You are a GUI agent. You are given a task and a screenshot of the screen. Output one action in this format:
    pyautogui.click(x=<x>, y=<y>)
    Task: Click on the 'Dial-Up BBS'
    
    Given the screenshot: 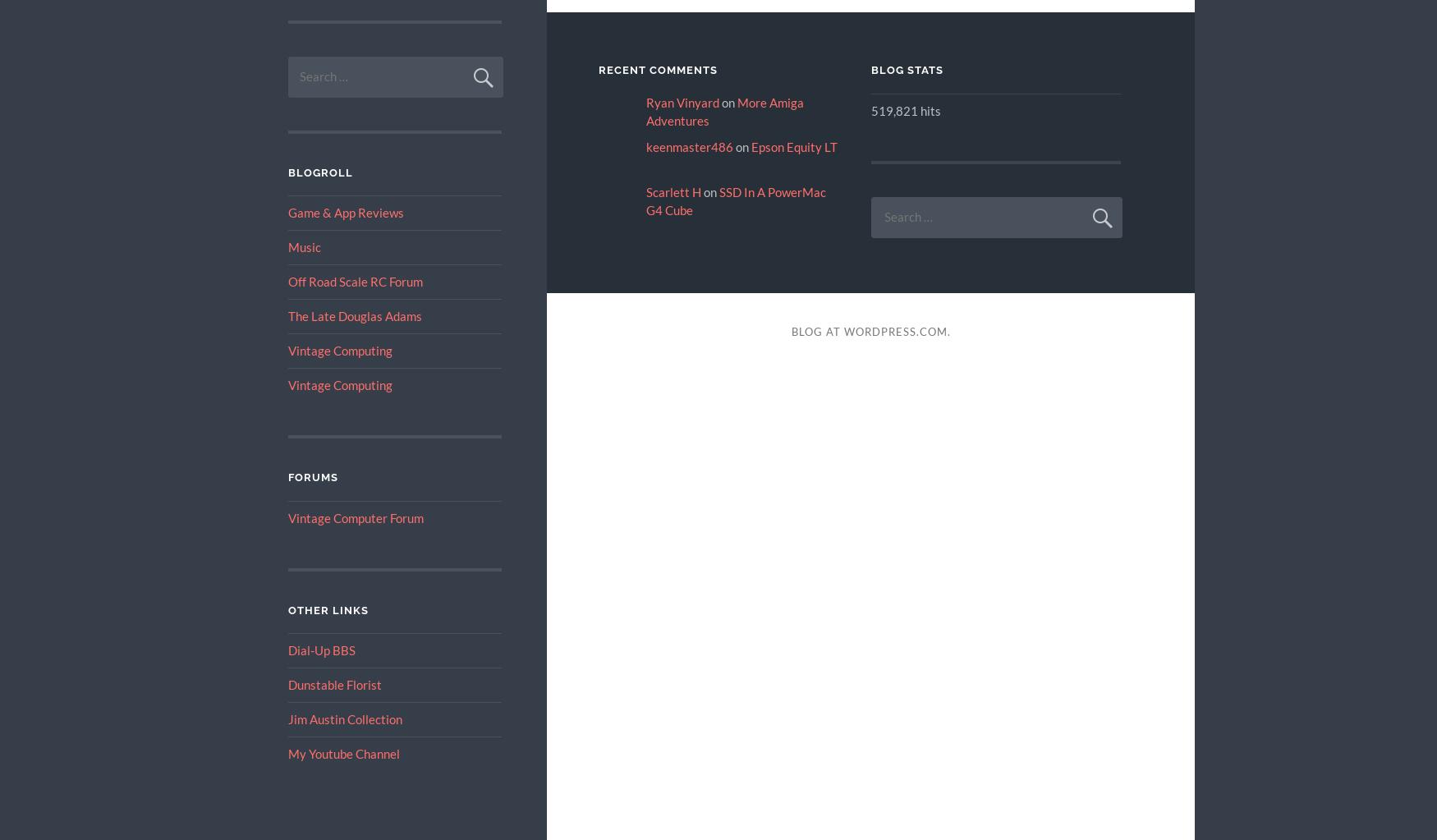 What is the action you would take?
    pyautogui.click(x=319, y=650)
    